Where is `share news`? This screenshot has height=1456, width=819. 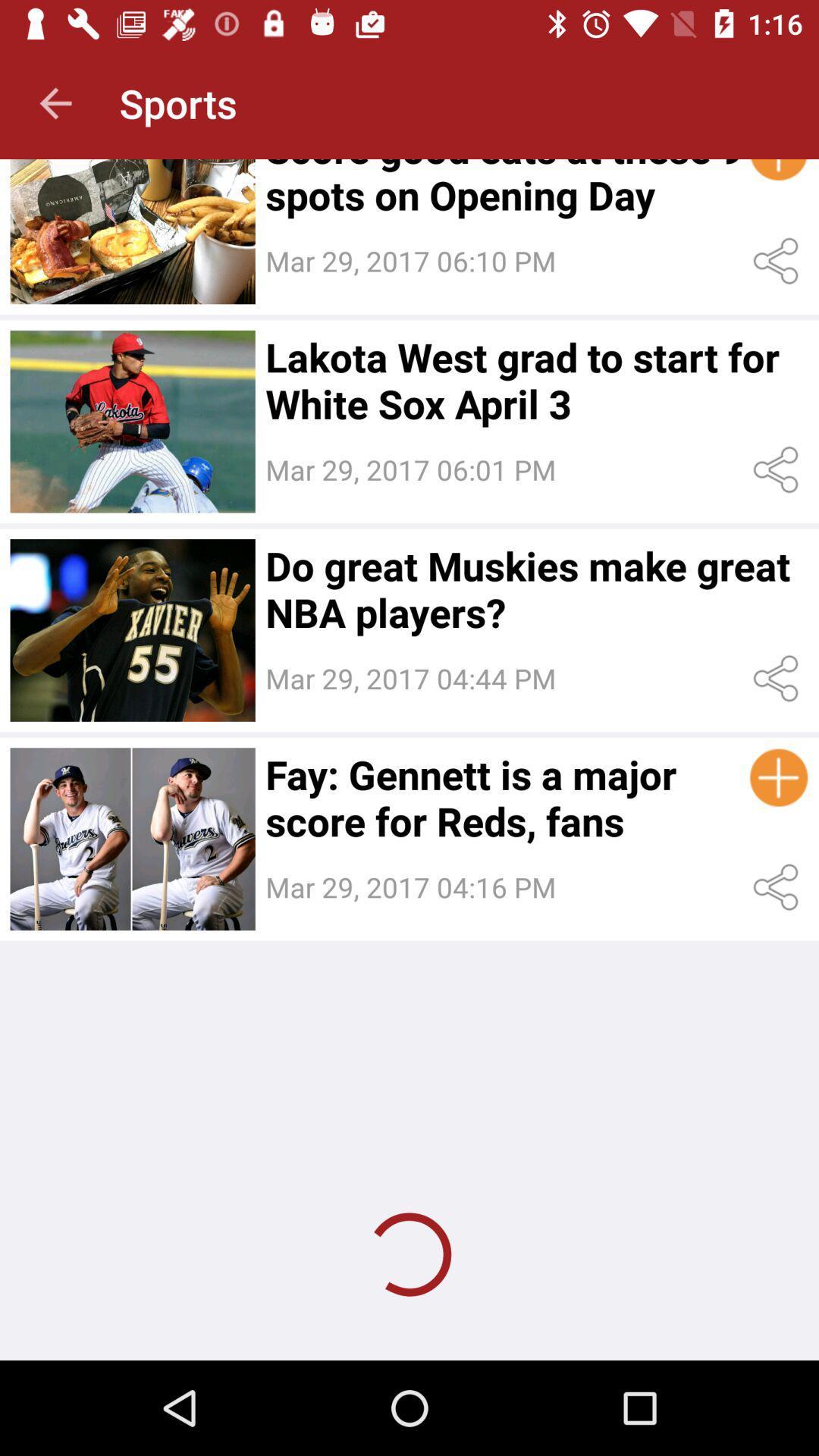 share news is located at coordinates (779, 261).